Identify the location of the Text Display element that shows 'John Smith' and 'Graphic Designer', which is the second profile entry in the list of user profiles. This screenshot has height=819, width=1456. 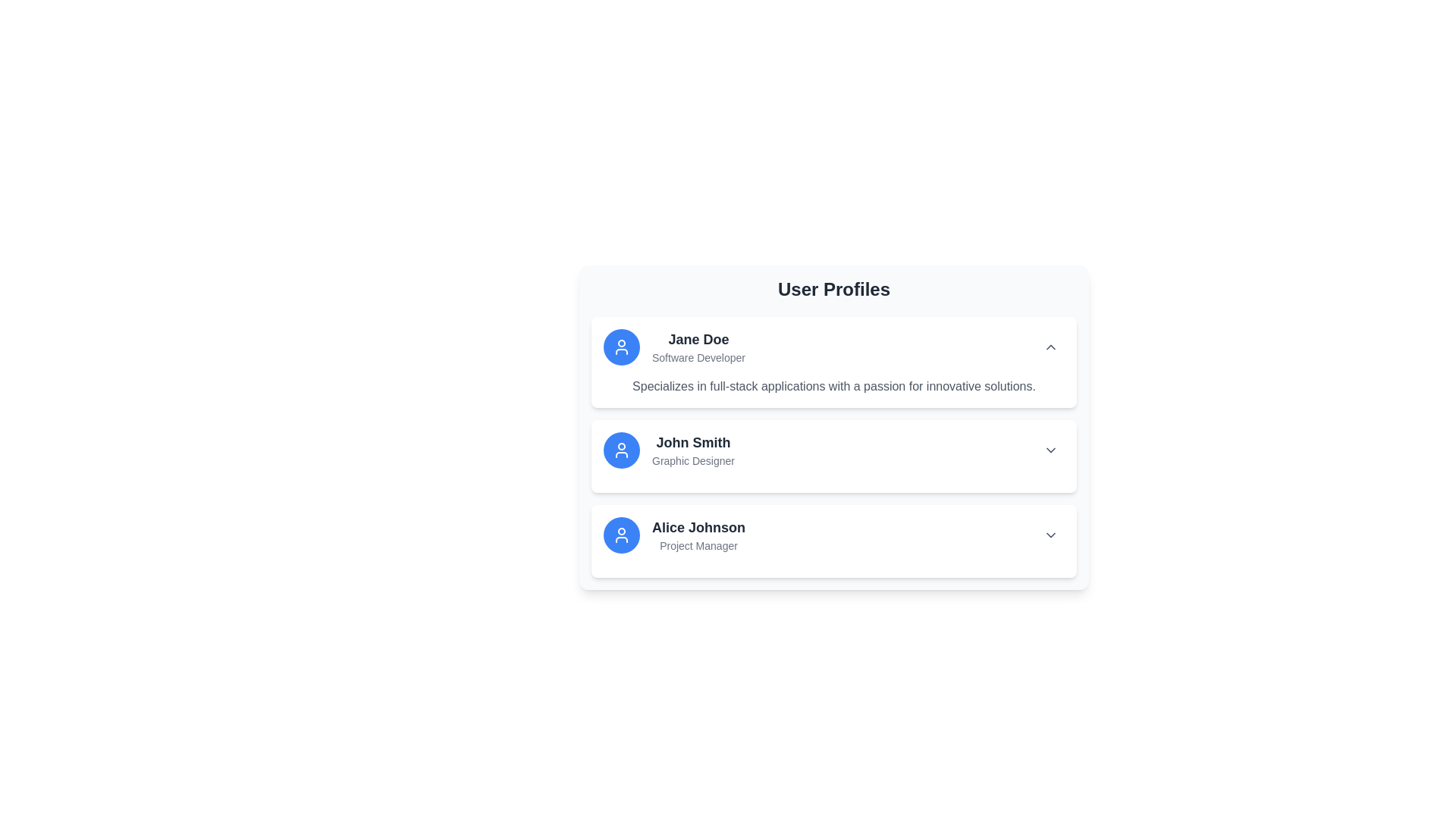
(692, 450).